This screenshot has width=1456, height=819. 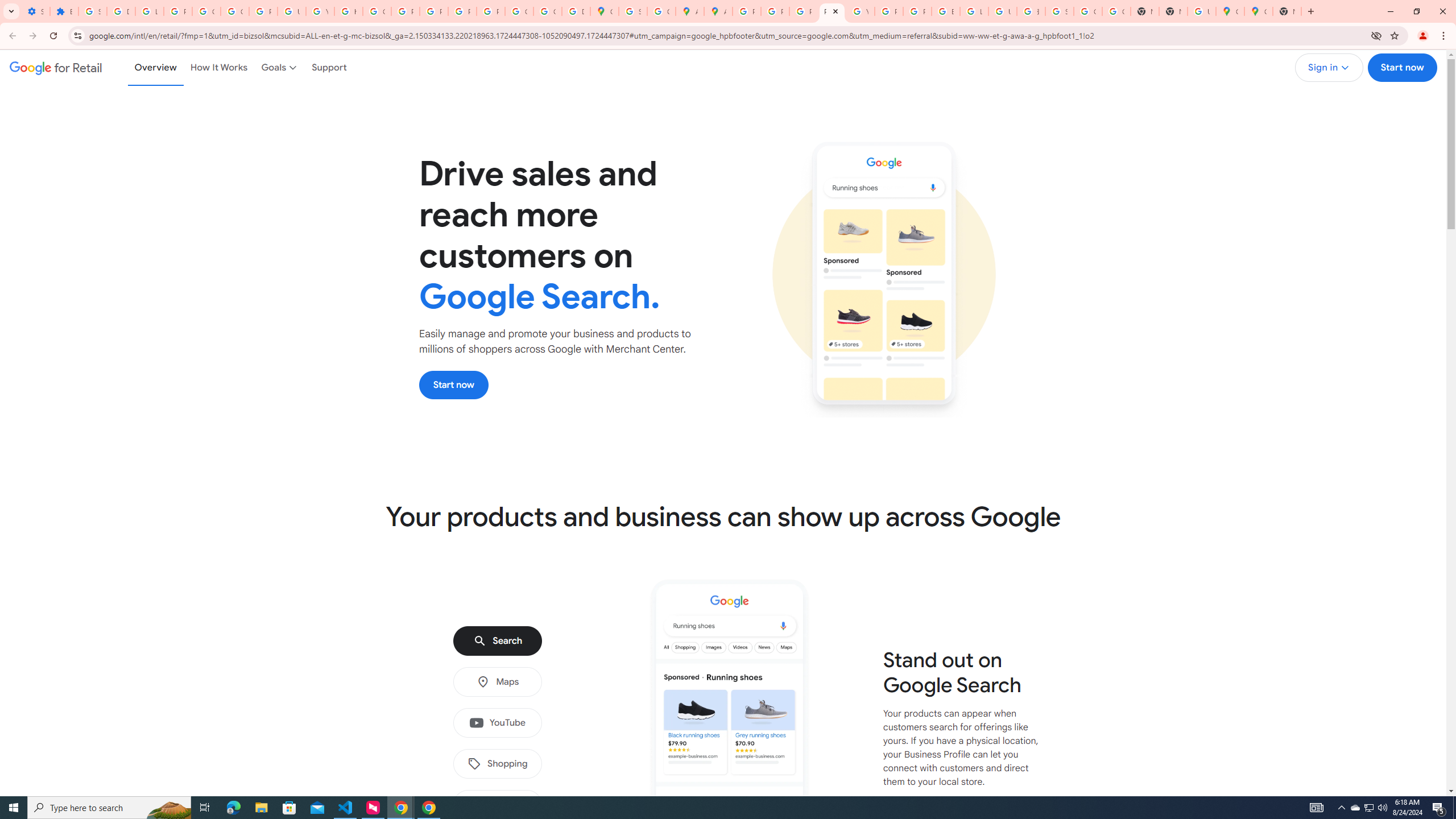 What do you see at coordinates (497, 723) in the screenshot?
I see `'YouTube'` at bounding box center [497, 723].